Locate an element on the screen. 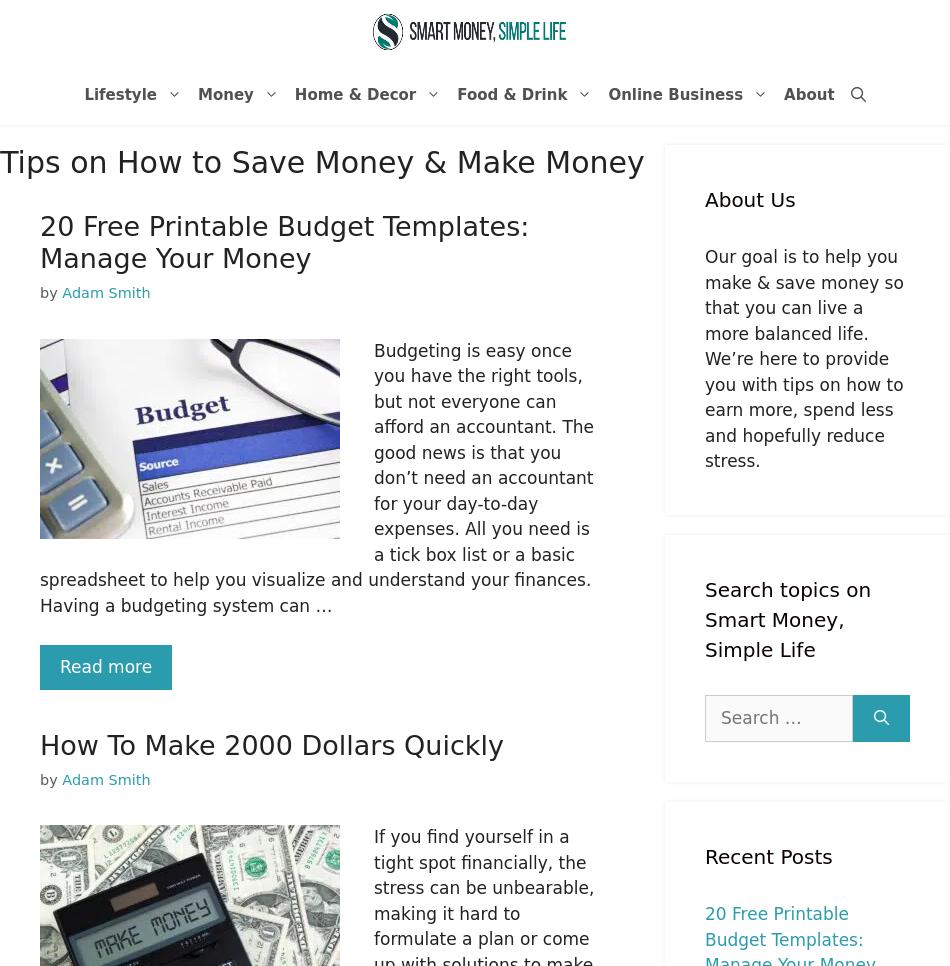 Image resolution: width=950 pixels, height=966 pixels. 'About Us' is located at coordinates (749, 199).